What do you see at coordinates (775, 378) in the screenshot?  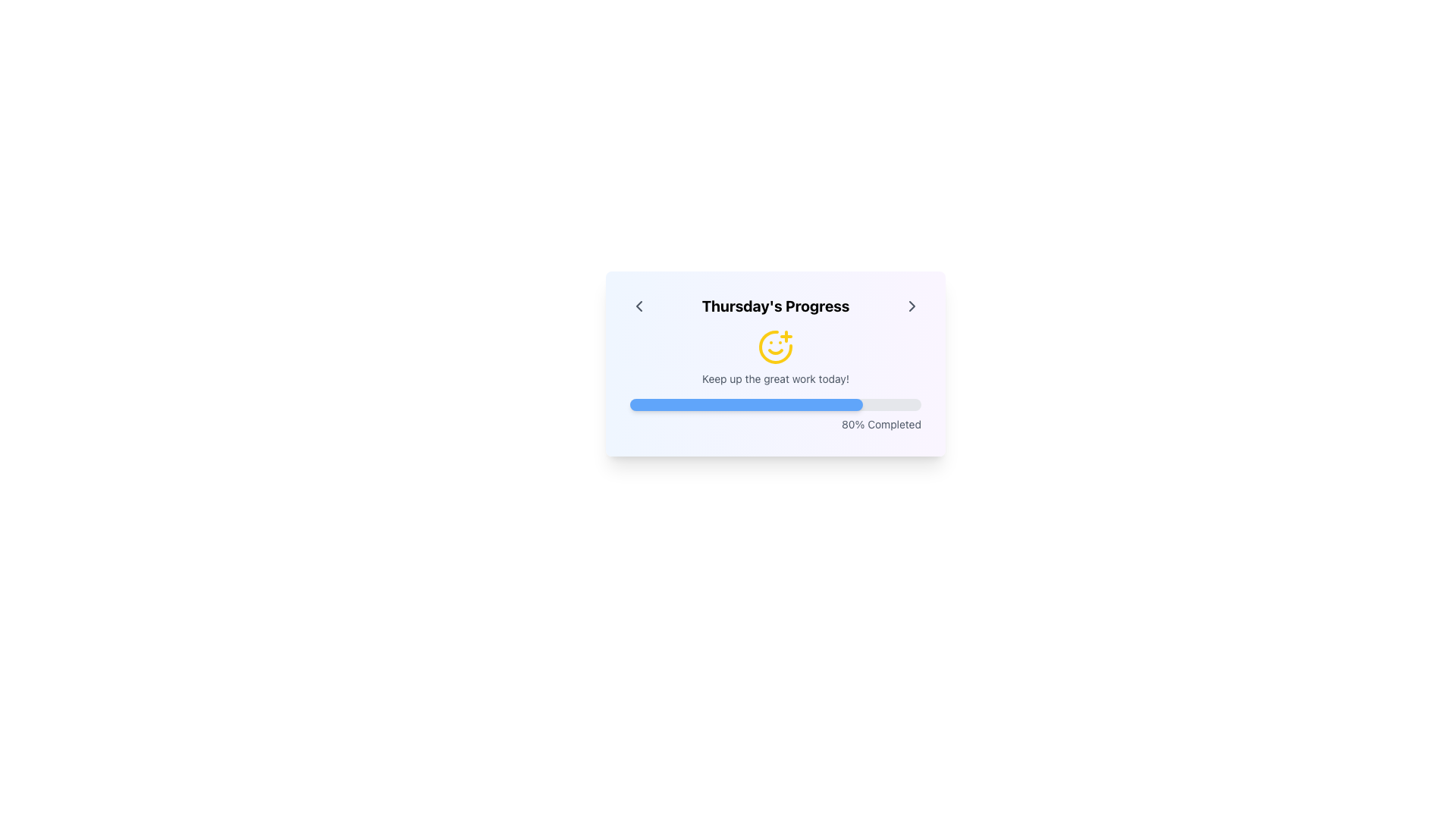 I see `the motivational message text label located below the smiley face icon and above the progress bar in the card-like UI section` at bounding box center [775, 378].